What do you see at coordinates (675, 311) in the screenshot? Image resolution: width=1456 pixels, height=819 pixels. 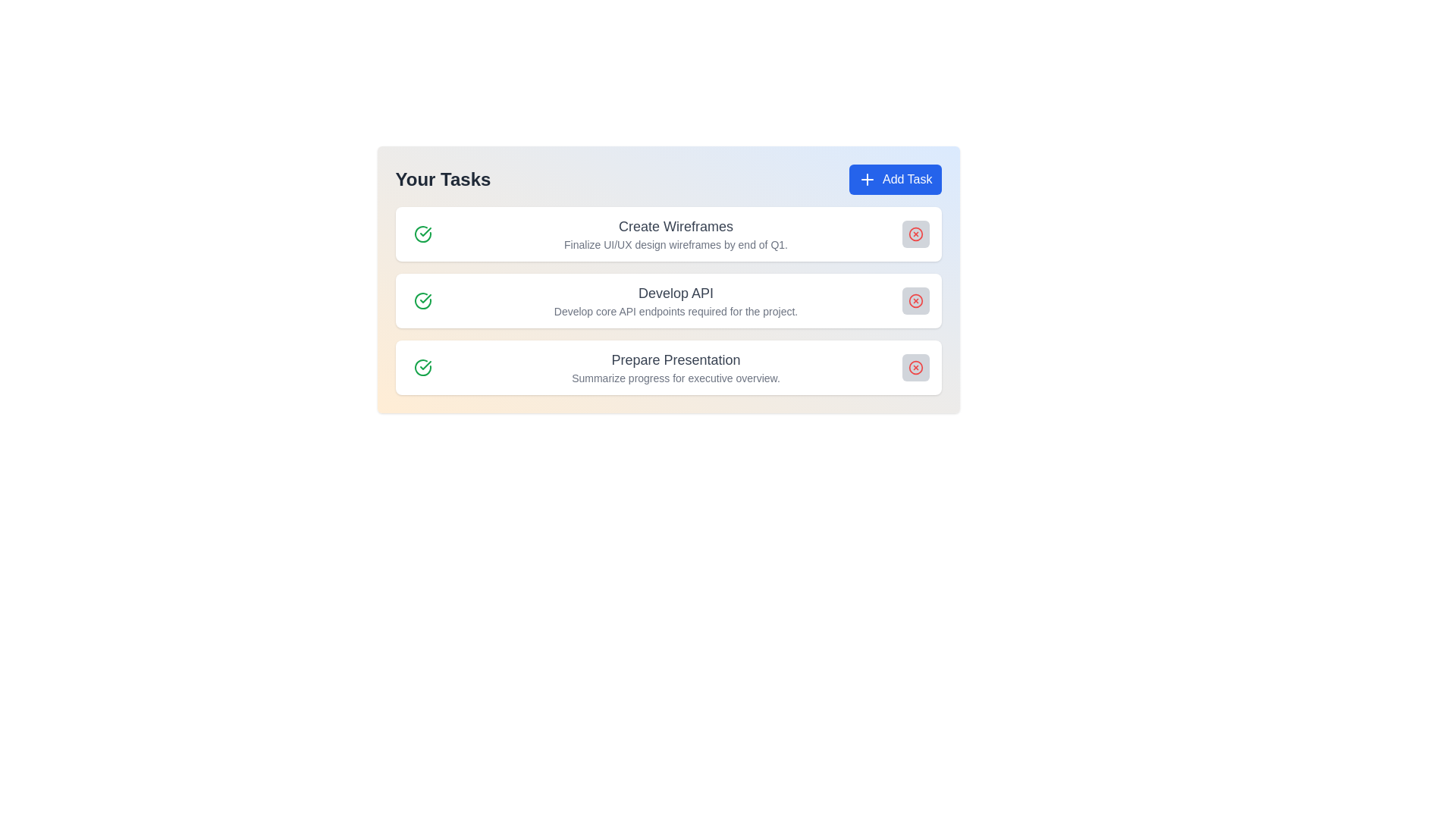 I see `text label containing the content 'Develop core API endpoints required for the project.' which is styled in a smaller font size and gray color, located beneath the bold heading 'Develop API' in the task card` at bounding box center [675, 311].